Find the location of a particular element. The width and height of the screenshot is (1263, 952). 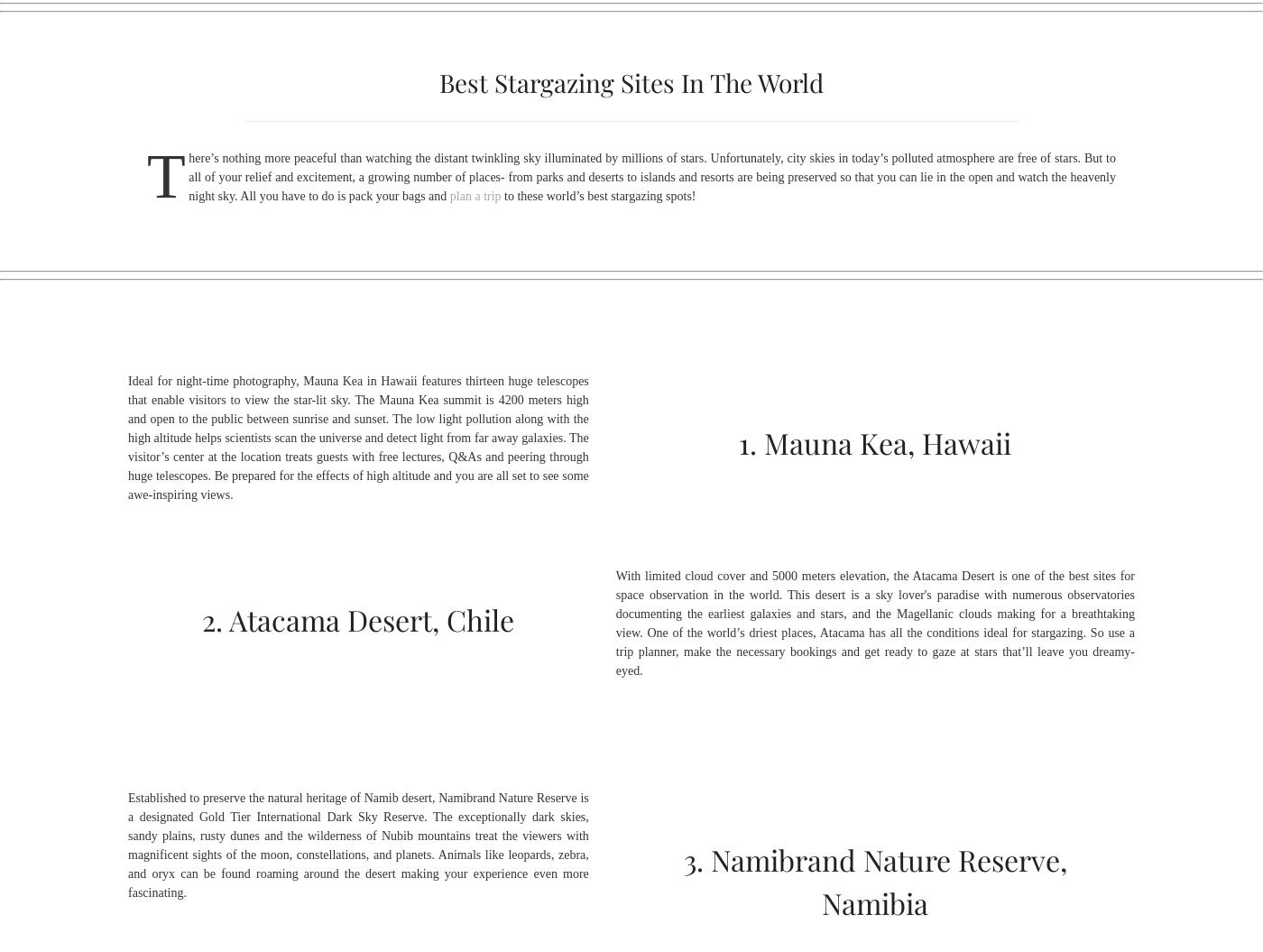

'1. Mauna Kea, Hawaii' is located at coordinates (875, 441).